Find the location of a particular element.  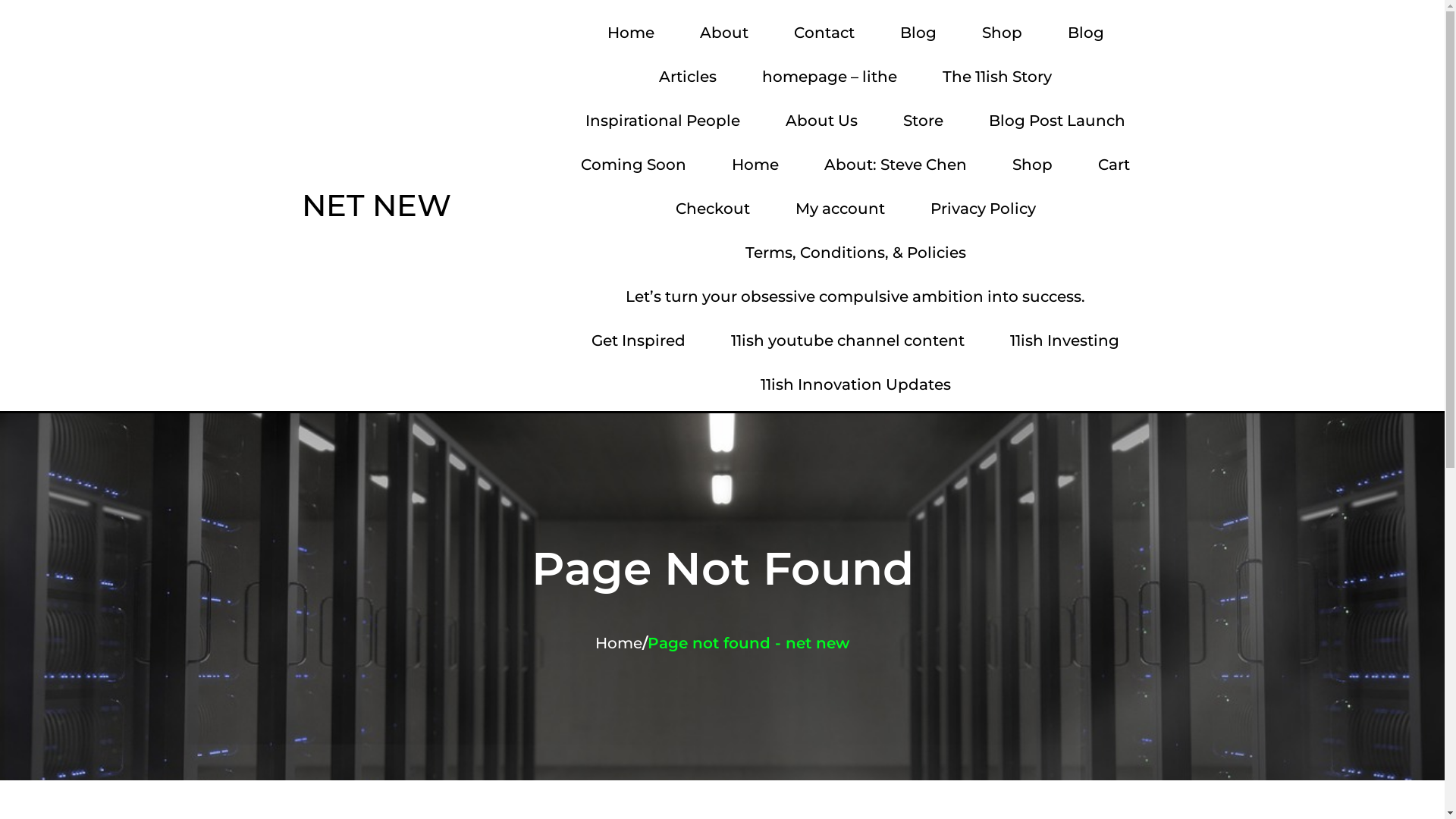

'Checkout' is located at coordinates (656, 208).